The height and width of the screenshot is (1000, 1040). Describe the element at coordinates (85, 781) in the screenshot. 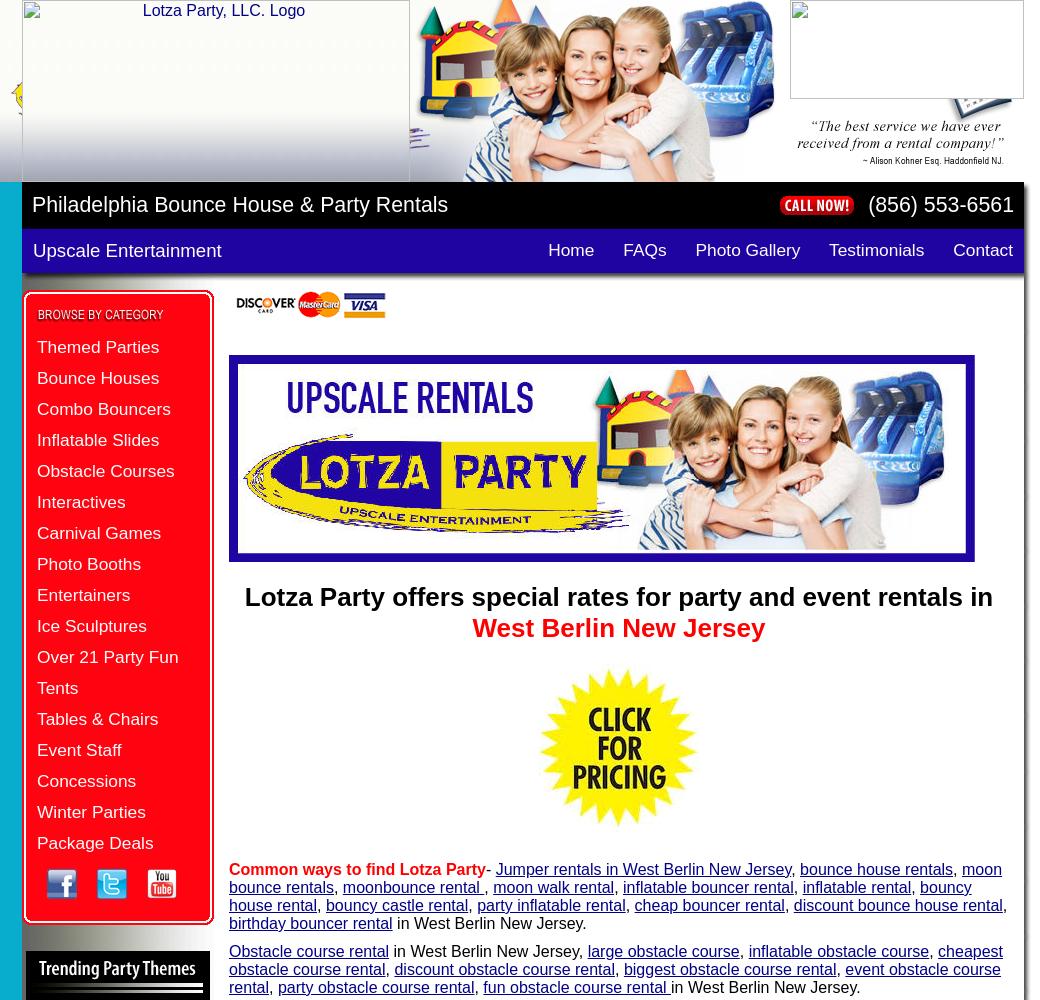

I see `'Concessions'` at that location.